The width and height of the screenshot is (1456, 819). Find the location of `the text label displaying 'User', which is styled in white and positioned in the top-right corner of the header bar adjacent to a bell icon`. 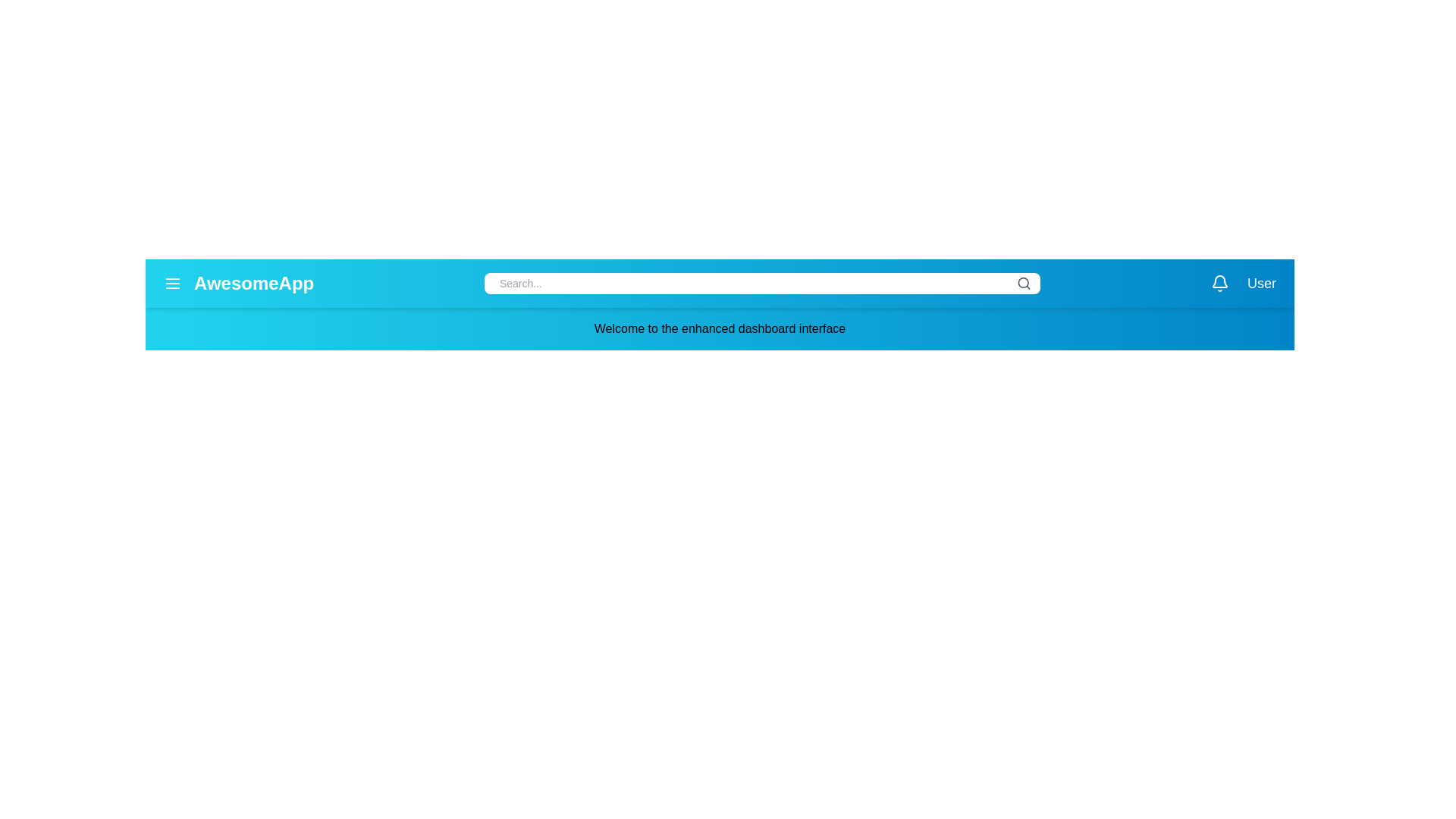

the text label displaying 'User', which is styled in white and positioned in the top-right corner of the header bar adjacent to a bell icon is located at coordinates (1262, 284).